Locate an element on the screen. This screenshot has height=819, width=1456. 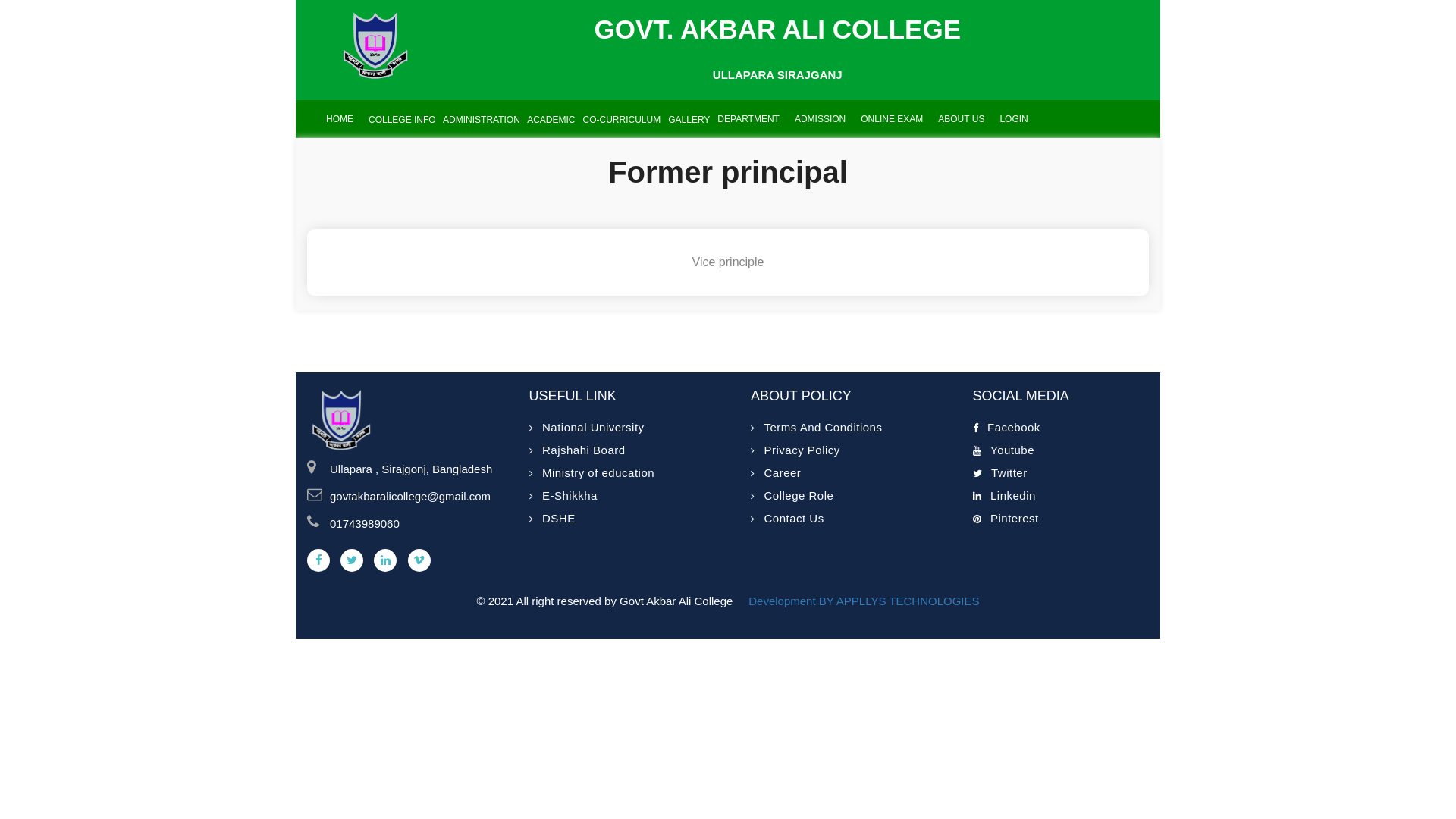
'ABOUT US' is located at coordinates (960, 118).